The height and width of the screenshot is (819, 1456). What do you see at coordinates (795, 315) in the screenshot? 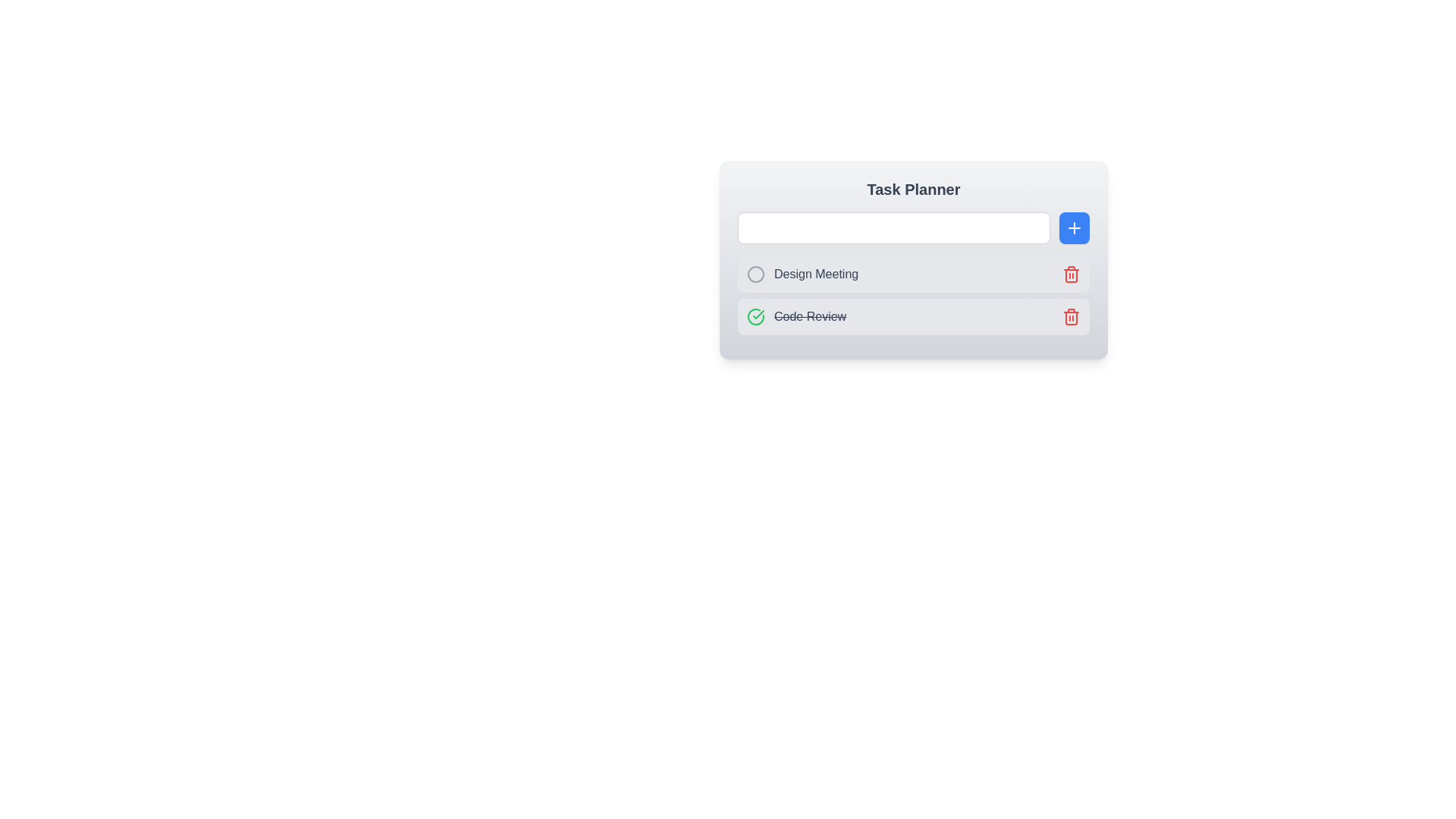
I see `the strikethrough style of the text label 'Code Review' in the 'Task Planner' section, indicating a completed task` at bounding box center [795, 315].